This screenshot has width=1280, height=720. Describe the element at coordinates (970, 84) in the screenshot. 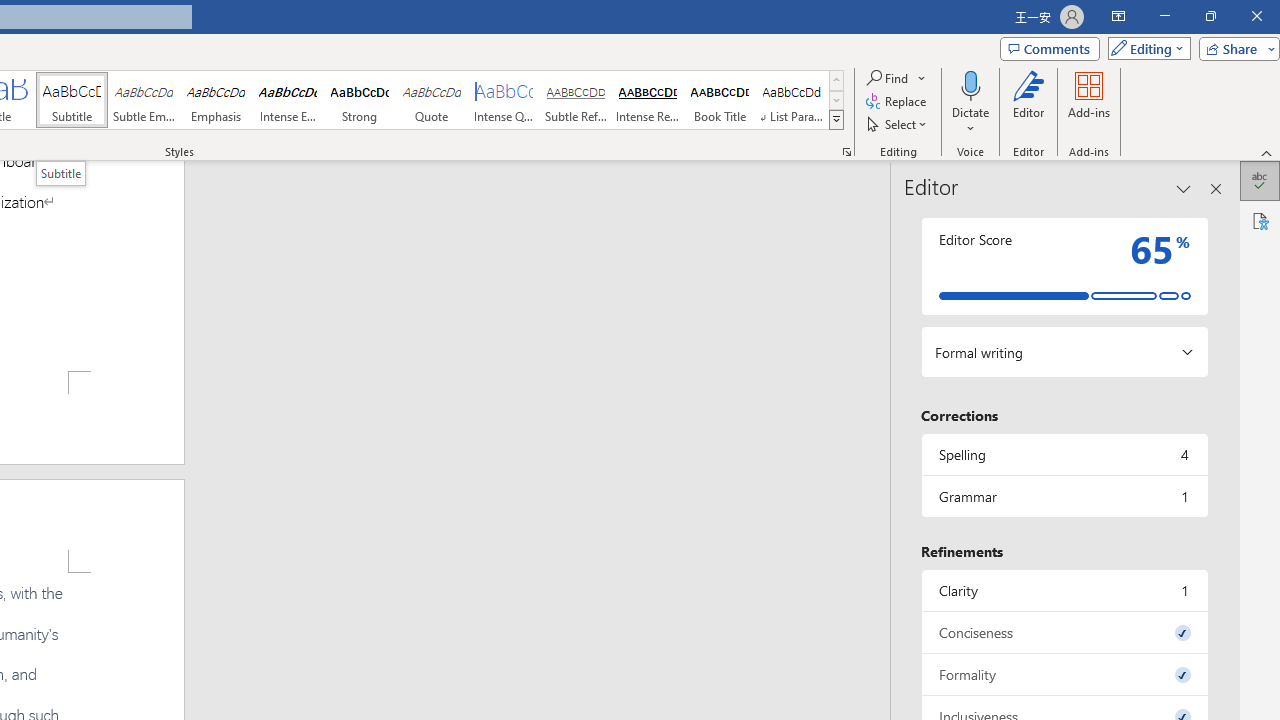

I see `'Dictate'` at that location.